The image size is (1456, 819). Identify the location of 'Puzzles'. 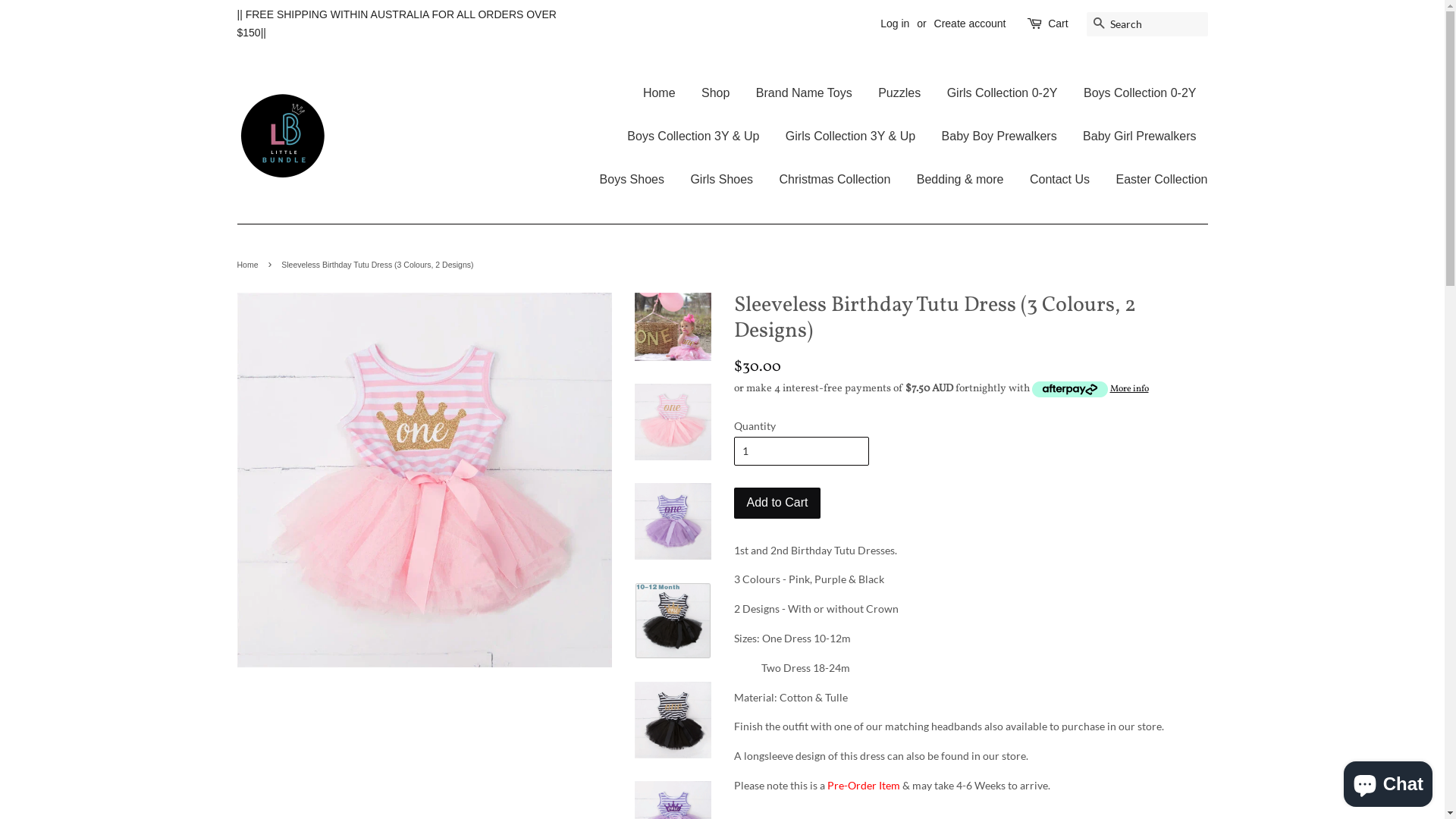
(899, 93).